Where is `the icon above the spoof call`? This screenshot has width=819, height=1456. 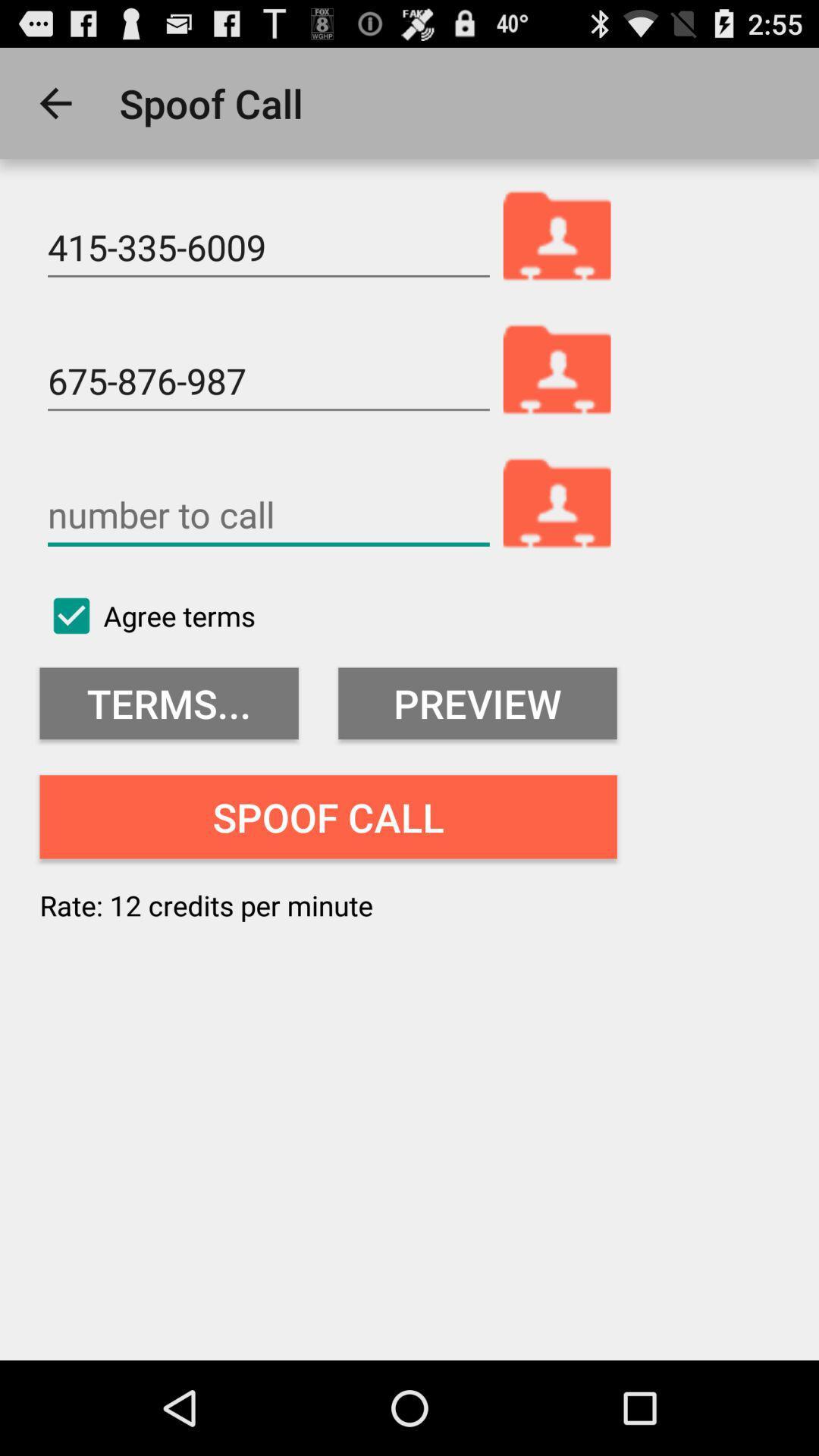
the icon above the spoof call is located at coordinates (476, 702).